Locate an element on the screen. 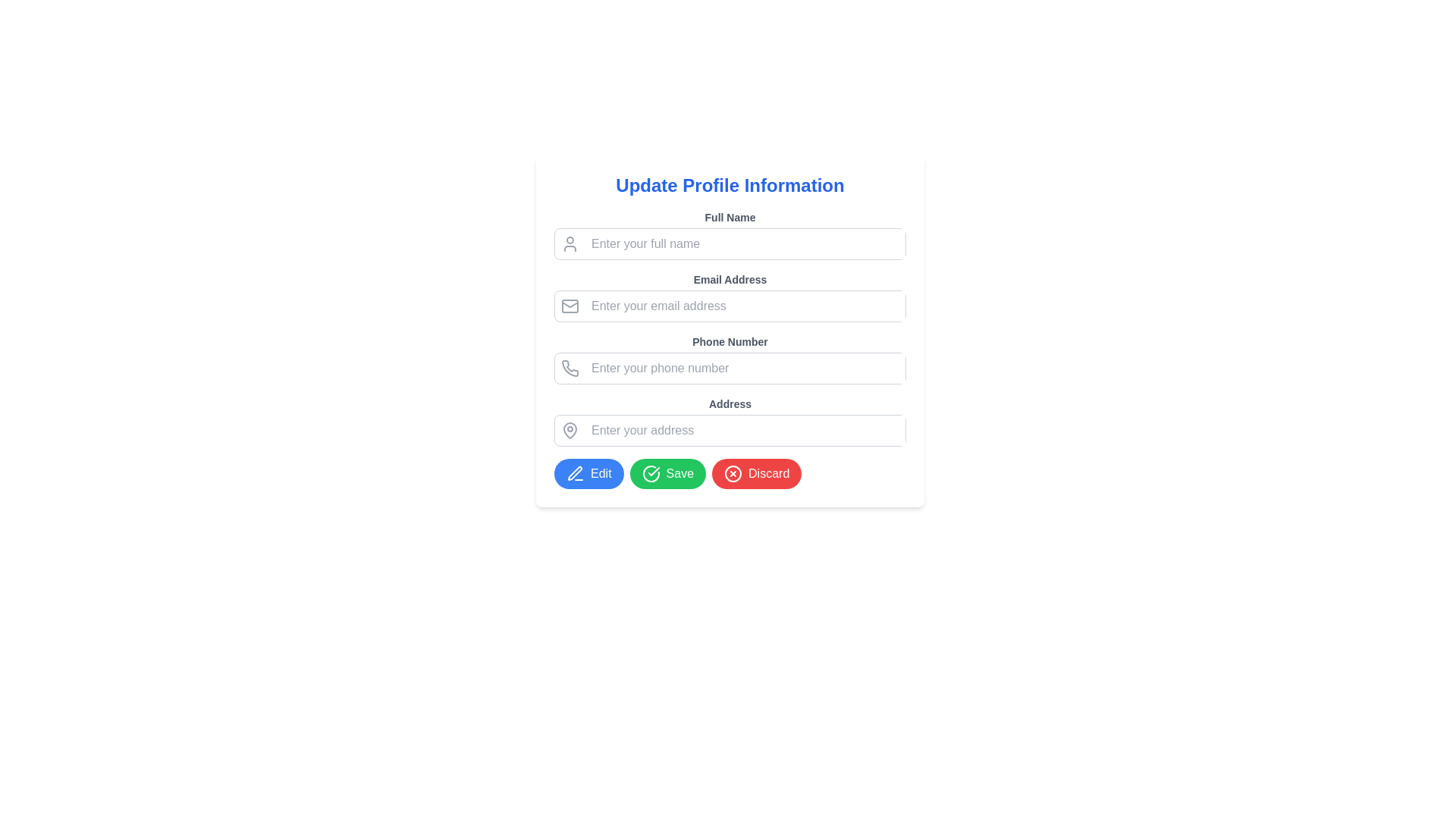  the 'Address' text label, which is styled in bold, small font and positioned above an input field in the form layout is located at coordinates (730, 403).